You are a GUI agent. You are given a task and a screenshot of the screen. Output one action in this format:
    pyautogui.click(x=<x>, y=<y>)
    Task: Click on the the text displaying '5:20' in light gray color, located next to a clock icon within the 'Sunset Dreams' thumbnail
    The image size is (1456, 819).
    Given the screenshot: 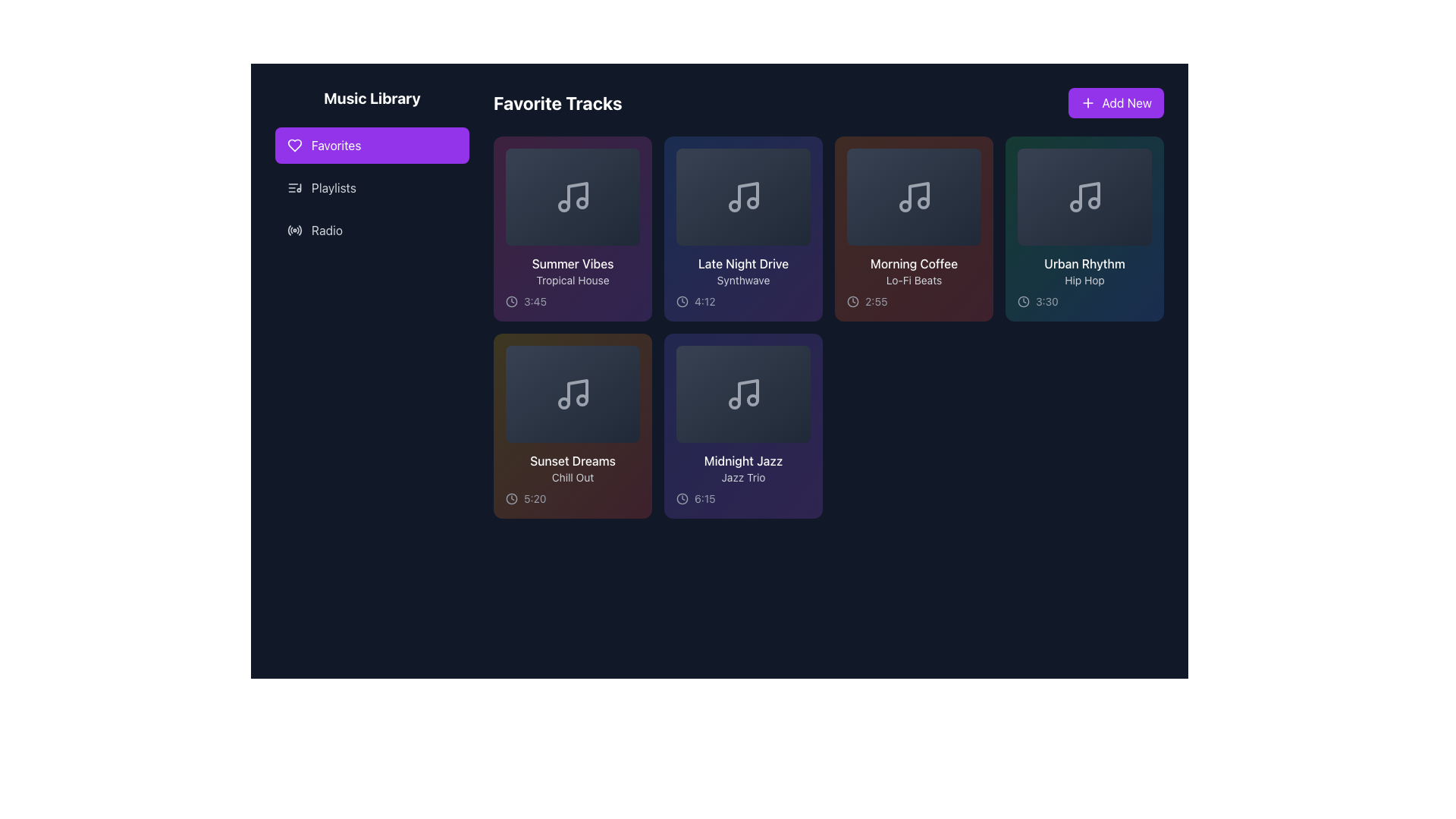 What is the action you would take?
    pyautogui.click(x=535, y=499)
    